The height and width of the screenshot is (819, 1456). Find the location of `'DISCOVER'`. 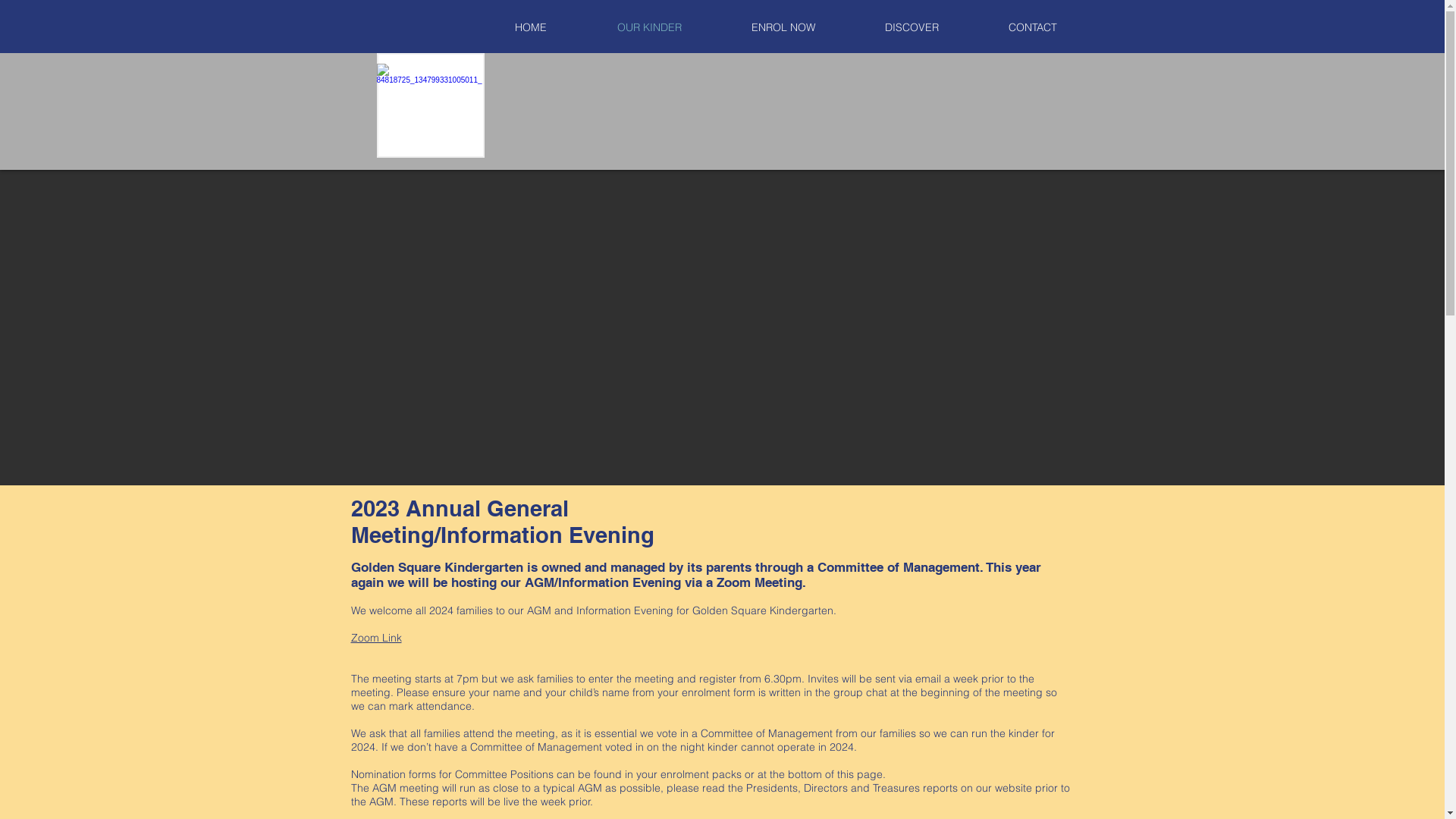

'DISCOVER' is located at coordinates (910, 27).